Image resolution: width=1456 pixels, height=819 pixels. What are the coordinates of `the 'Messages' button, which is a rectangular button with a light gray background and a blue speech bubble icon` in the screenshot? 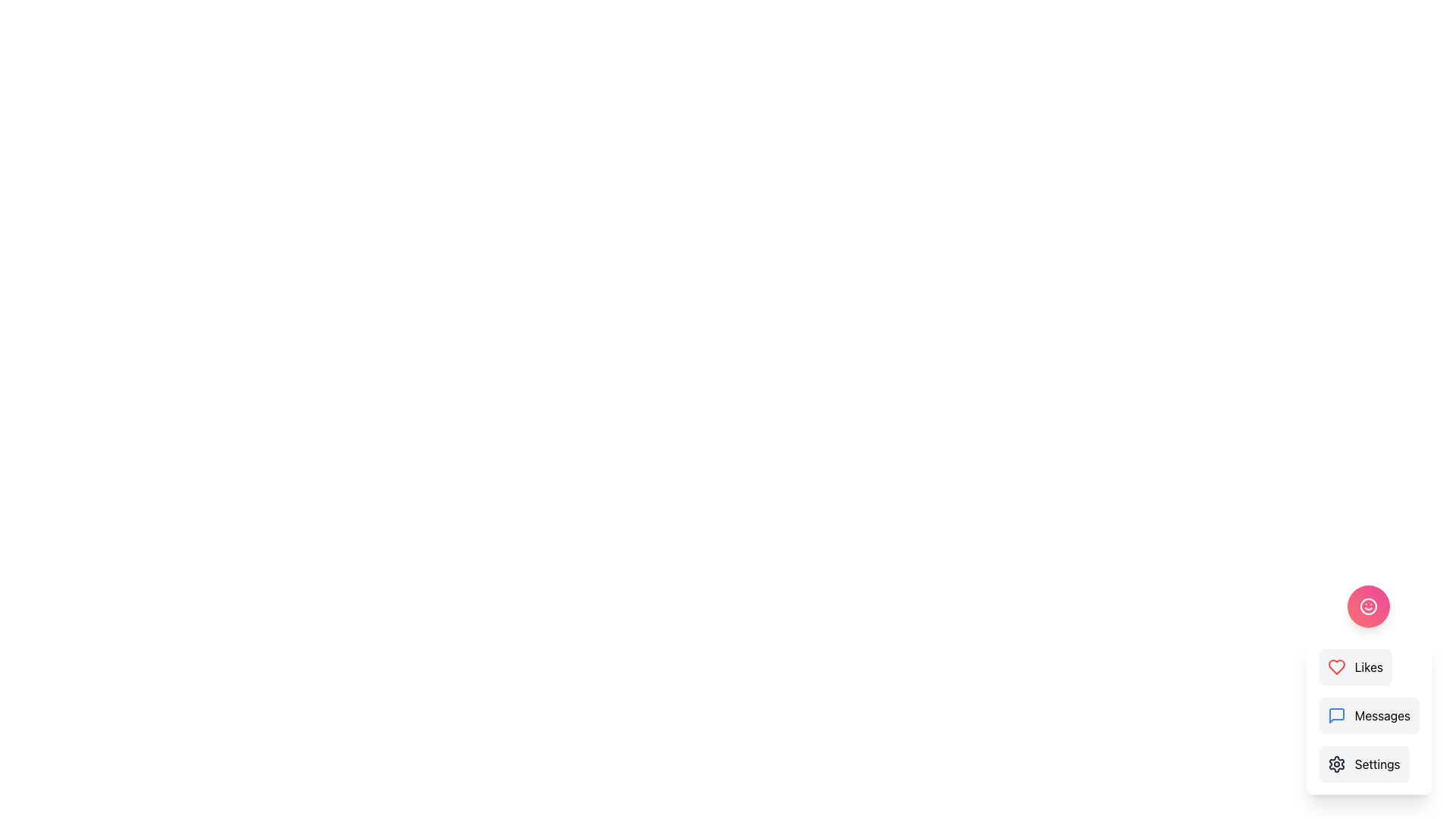 It's located at (1369, 716).